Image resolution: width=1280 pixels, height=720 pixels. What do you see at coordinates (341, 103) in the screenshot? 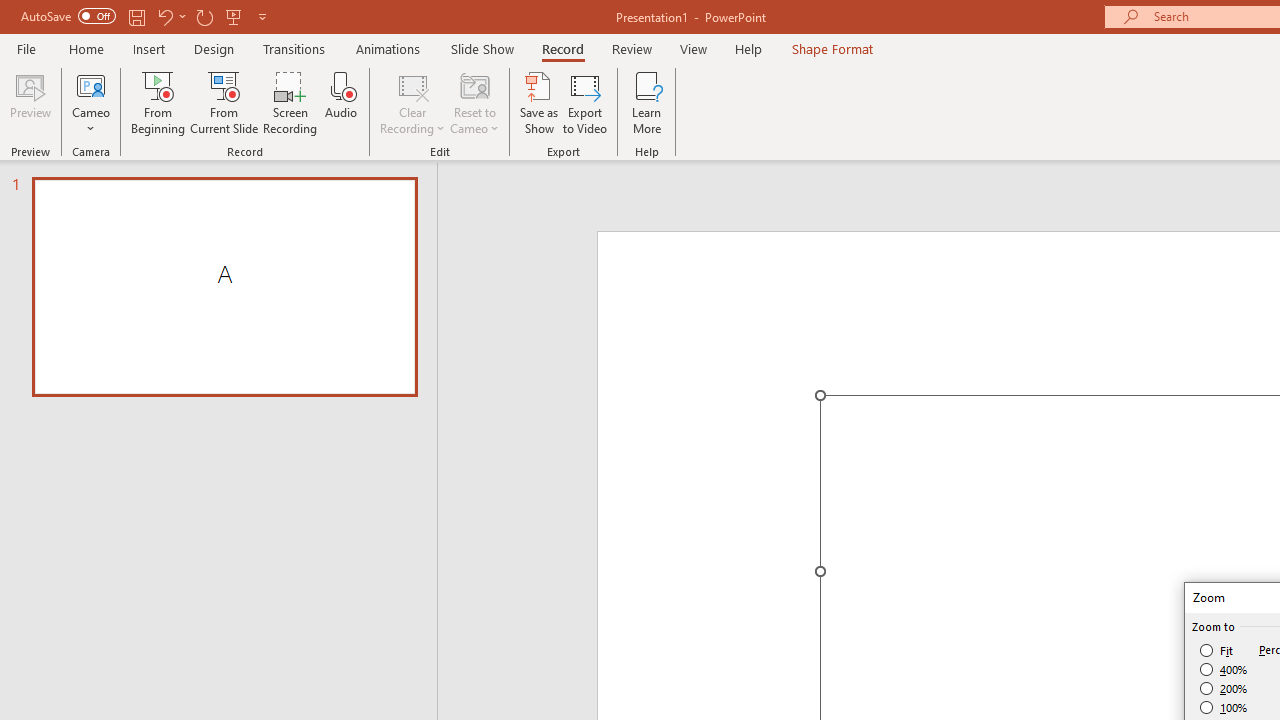
I see `'Audio'` at bounding box center [341, 103].